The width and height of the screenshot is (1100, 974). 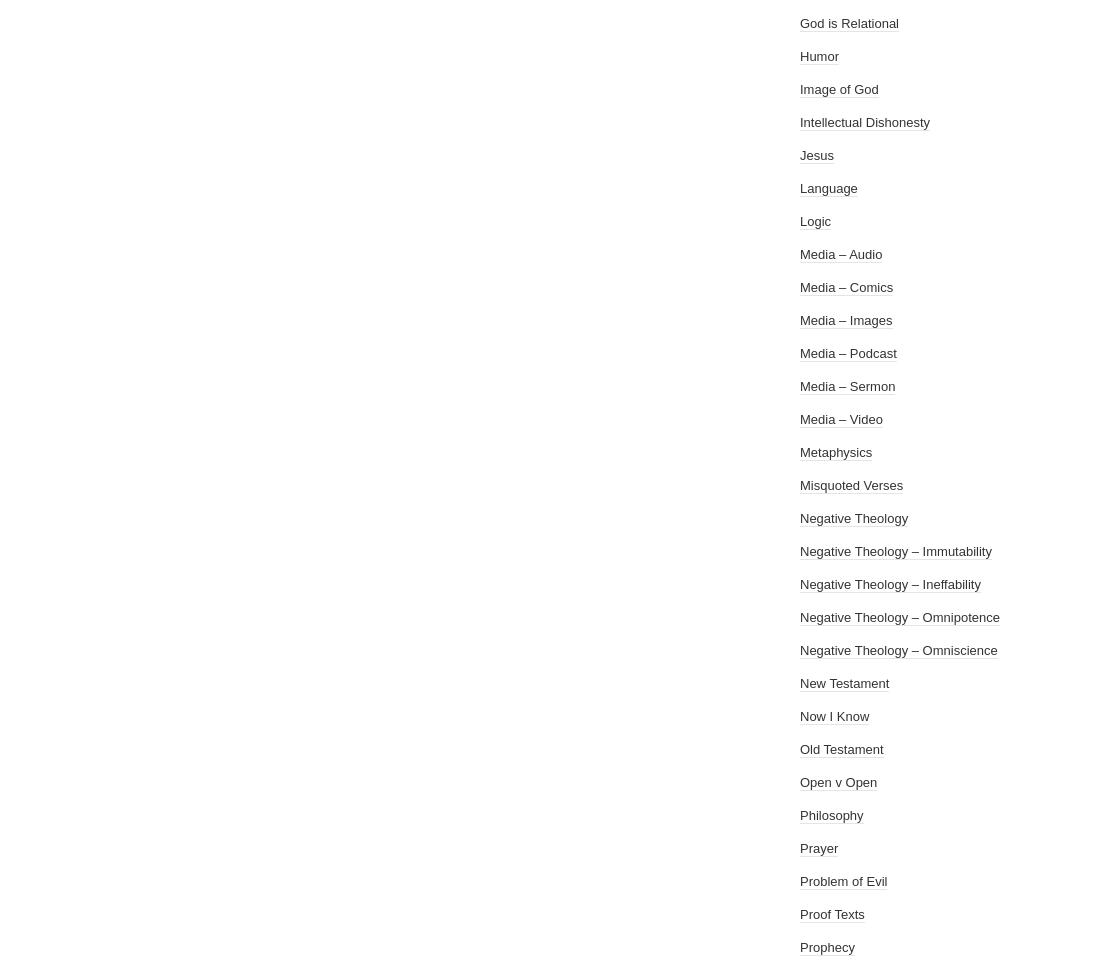 What do you see at coordinates (800, 848) in the screenshot?
I see `'Prayer'` at bounding box center [800, 848].